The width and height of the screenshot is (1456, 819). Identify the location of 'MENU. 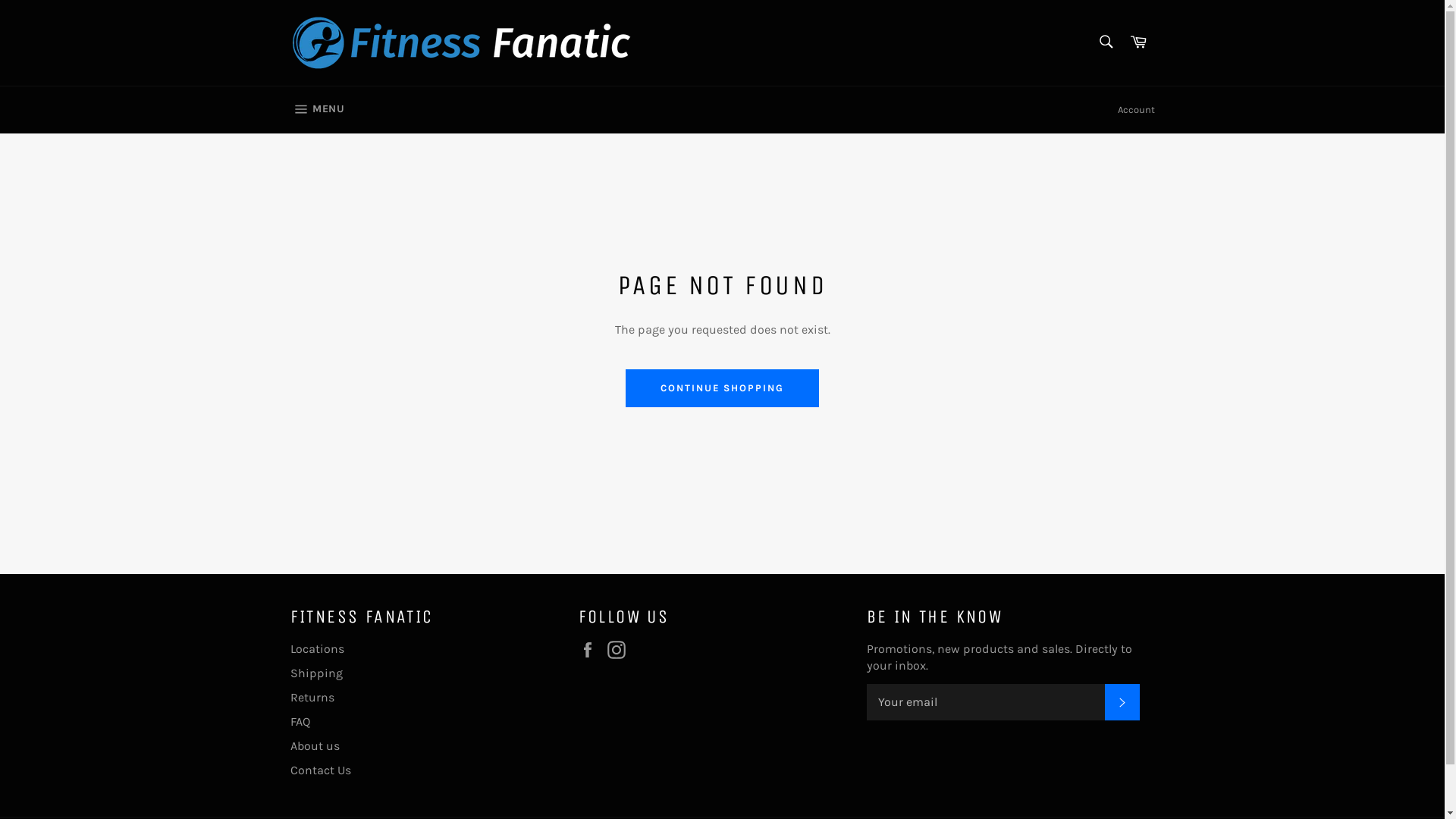
(315, 109).